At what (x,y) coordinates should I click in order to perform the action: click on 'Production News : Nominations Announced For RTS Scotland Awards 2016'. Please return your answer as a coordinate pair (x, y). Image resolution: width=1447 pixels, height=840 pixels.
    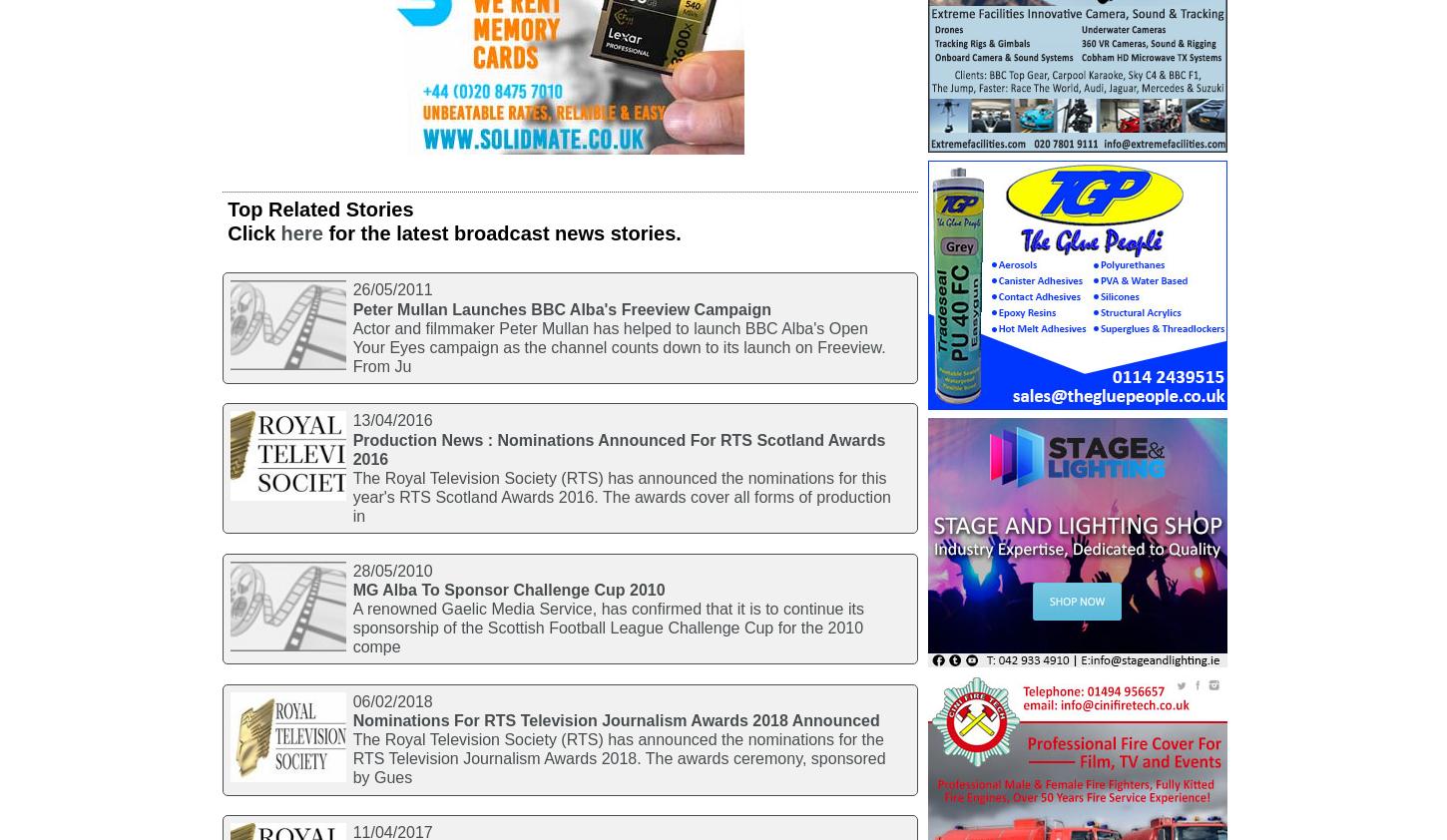
    Looking at the image, I should click on (618, 447).